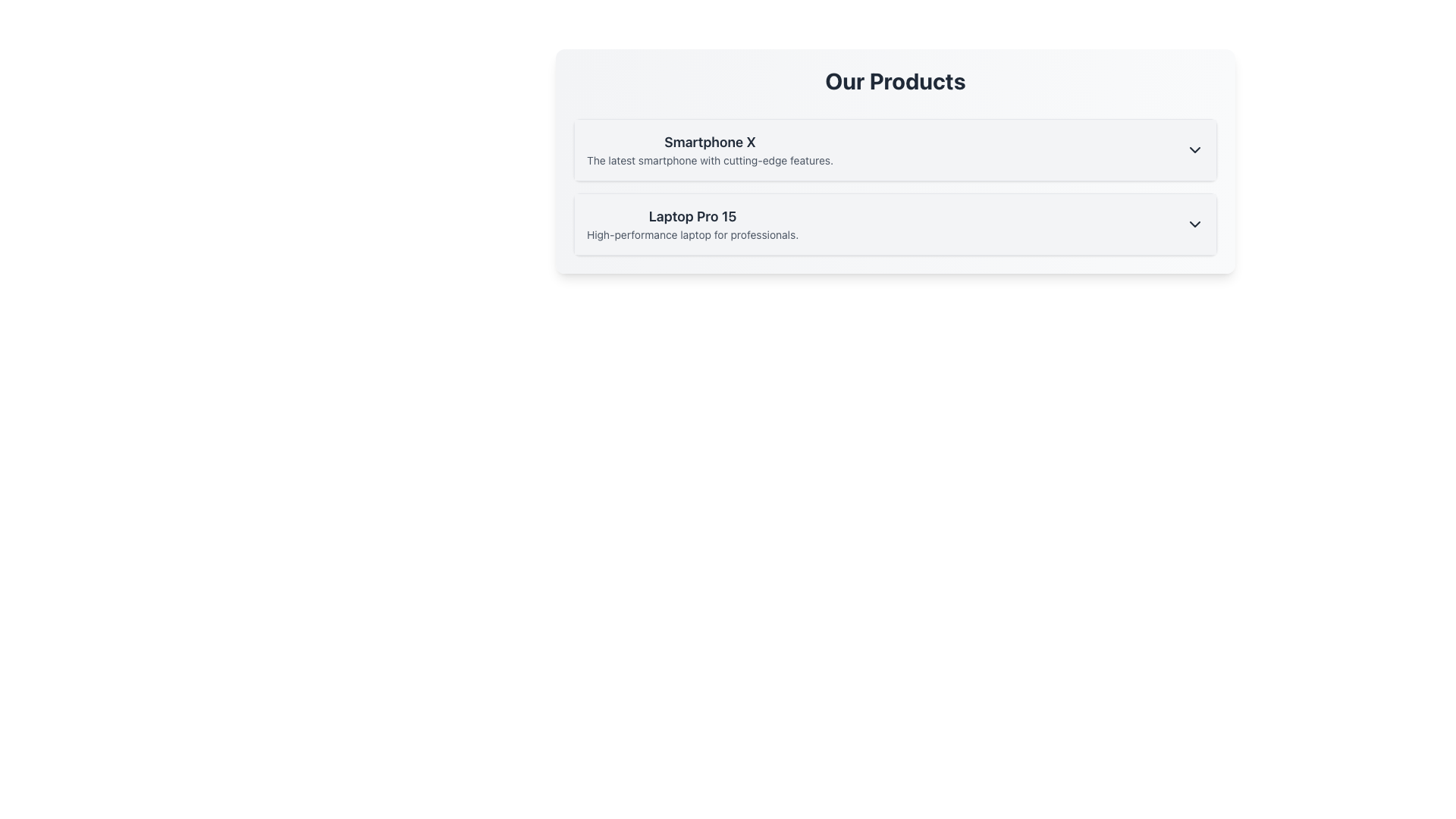 This screenshot has height=819, width=1456. Describe the element at coordinates (709, 161) in the screenshot. I see `text label that describes the latest smartphone, which is styled in a smaller gray font and is positioned beneath the title 'Smartphone X'` at that location.